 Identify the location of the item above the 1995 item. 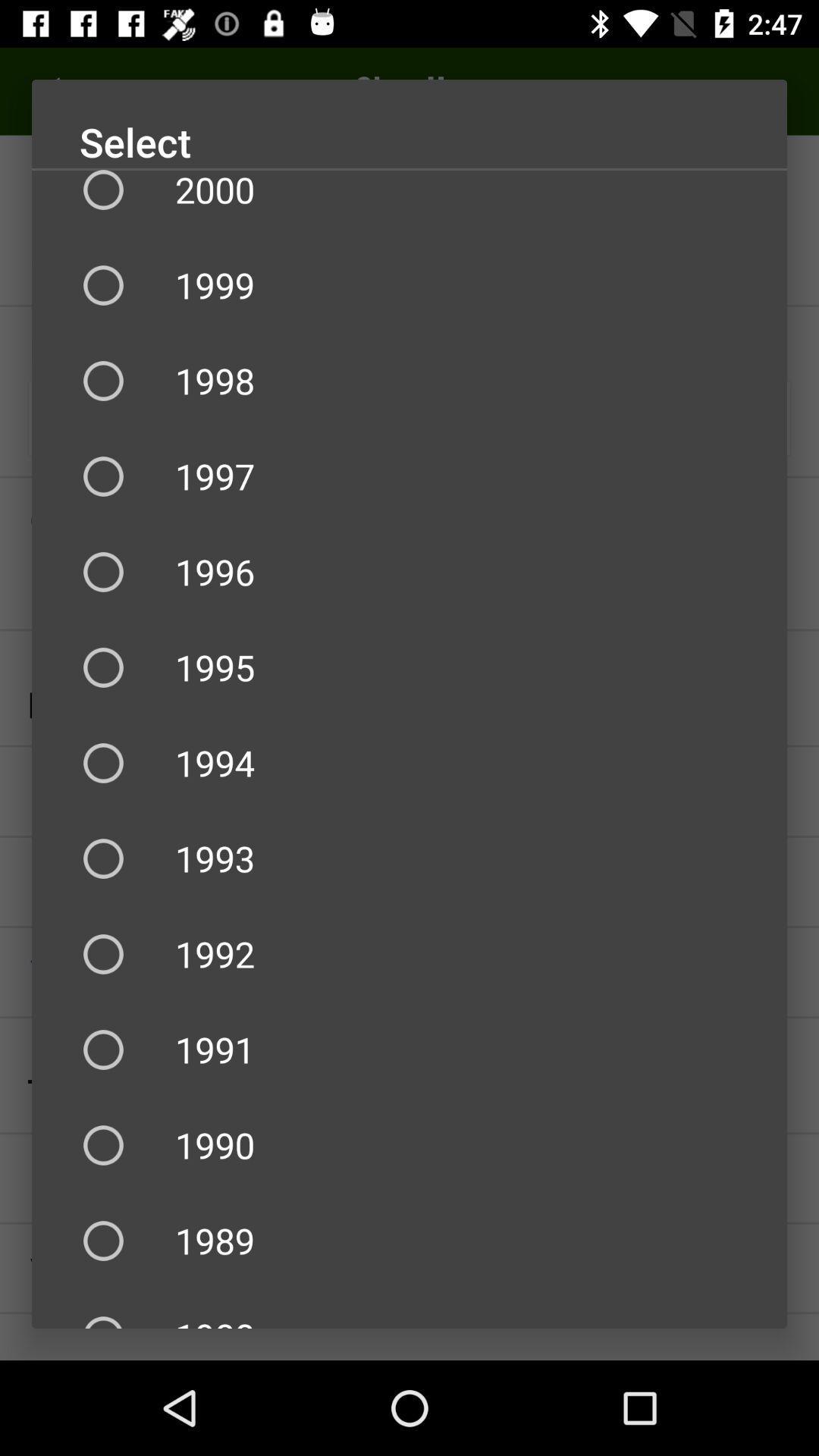
(409, 571).